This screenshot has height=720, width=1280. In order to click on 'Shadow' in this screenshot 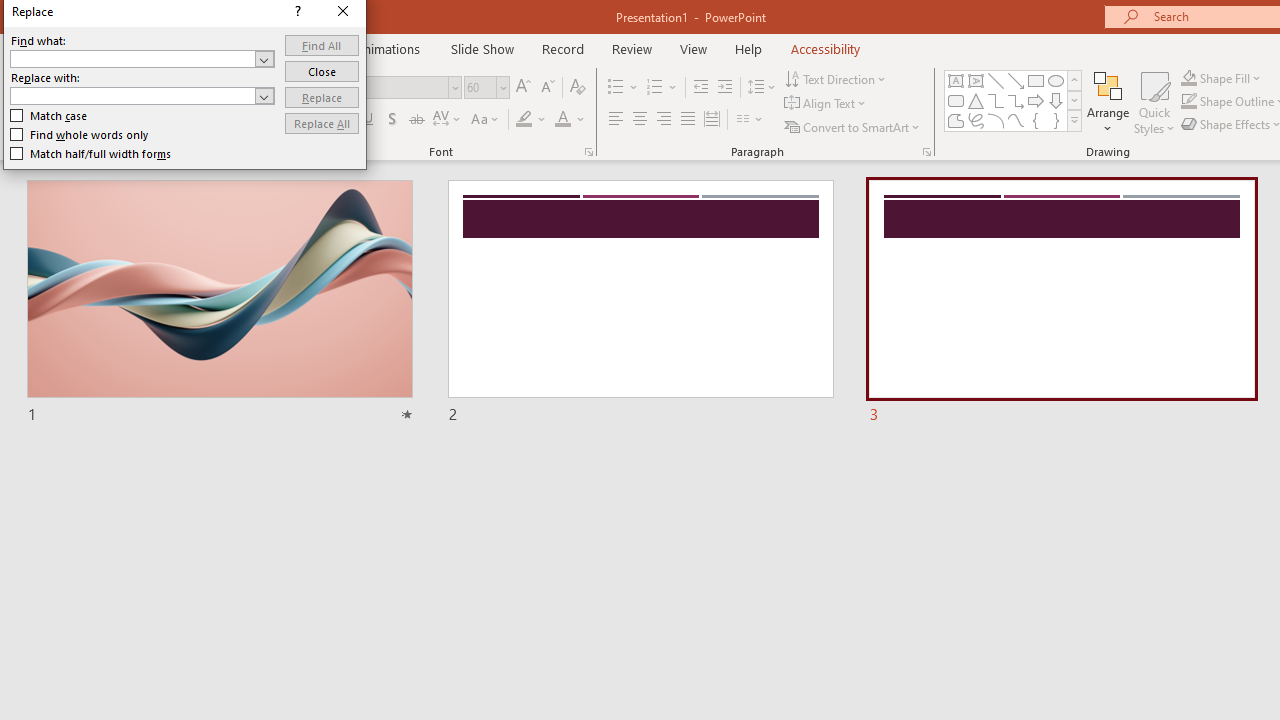, I will do `click(392, 119)`.